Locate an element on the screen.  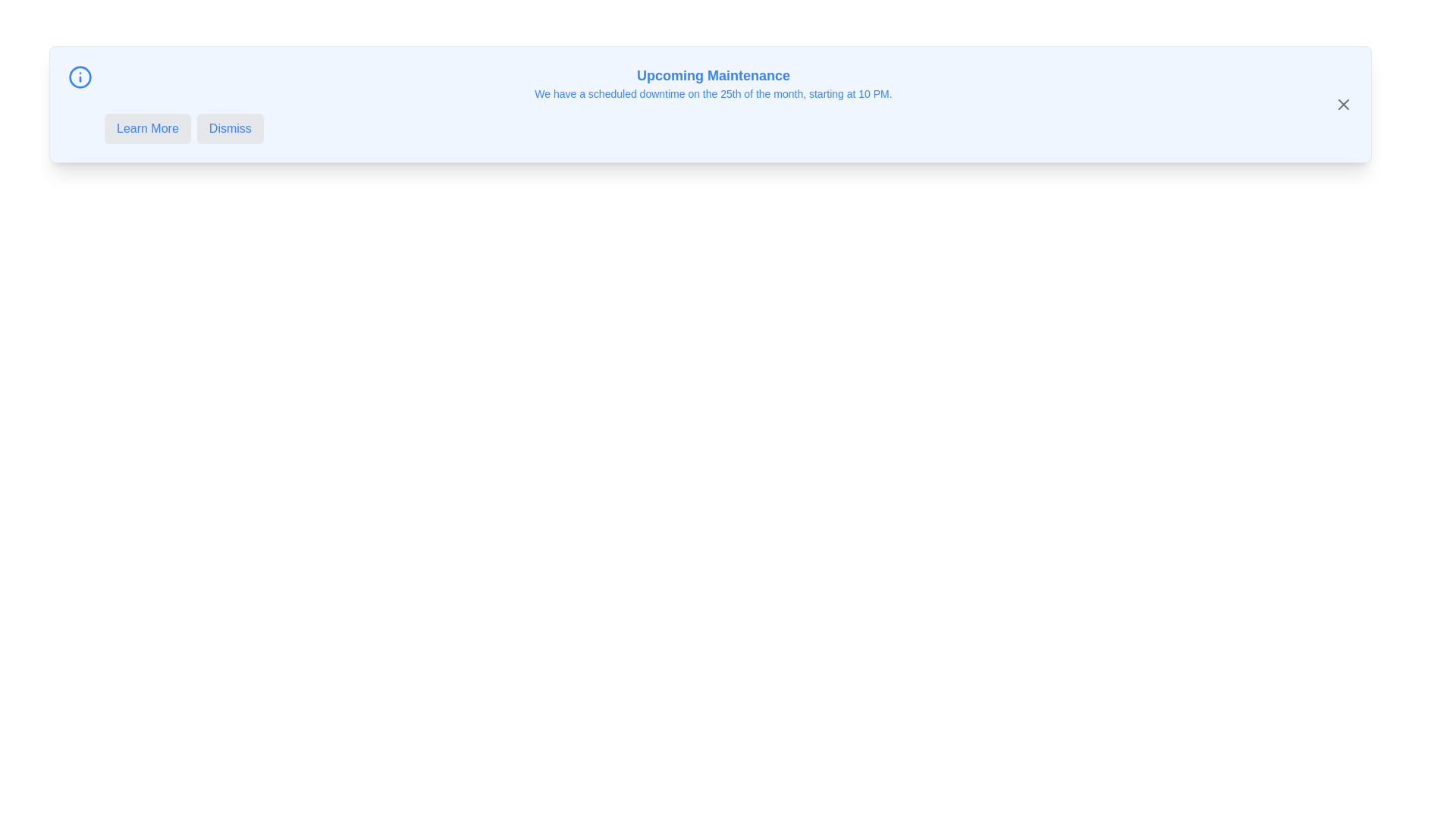
the small grey button with an 'X' icon located at the far right of the blue notification bar to observe its color change is located at coordinates (1343, 104).